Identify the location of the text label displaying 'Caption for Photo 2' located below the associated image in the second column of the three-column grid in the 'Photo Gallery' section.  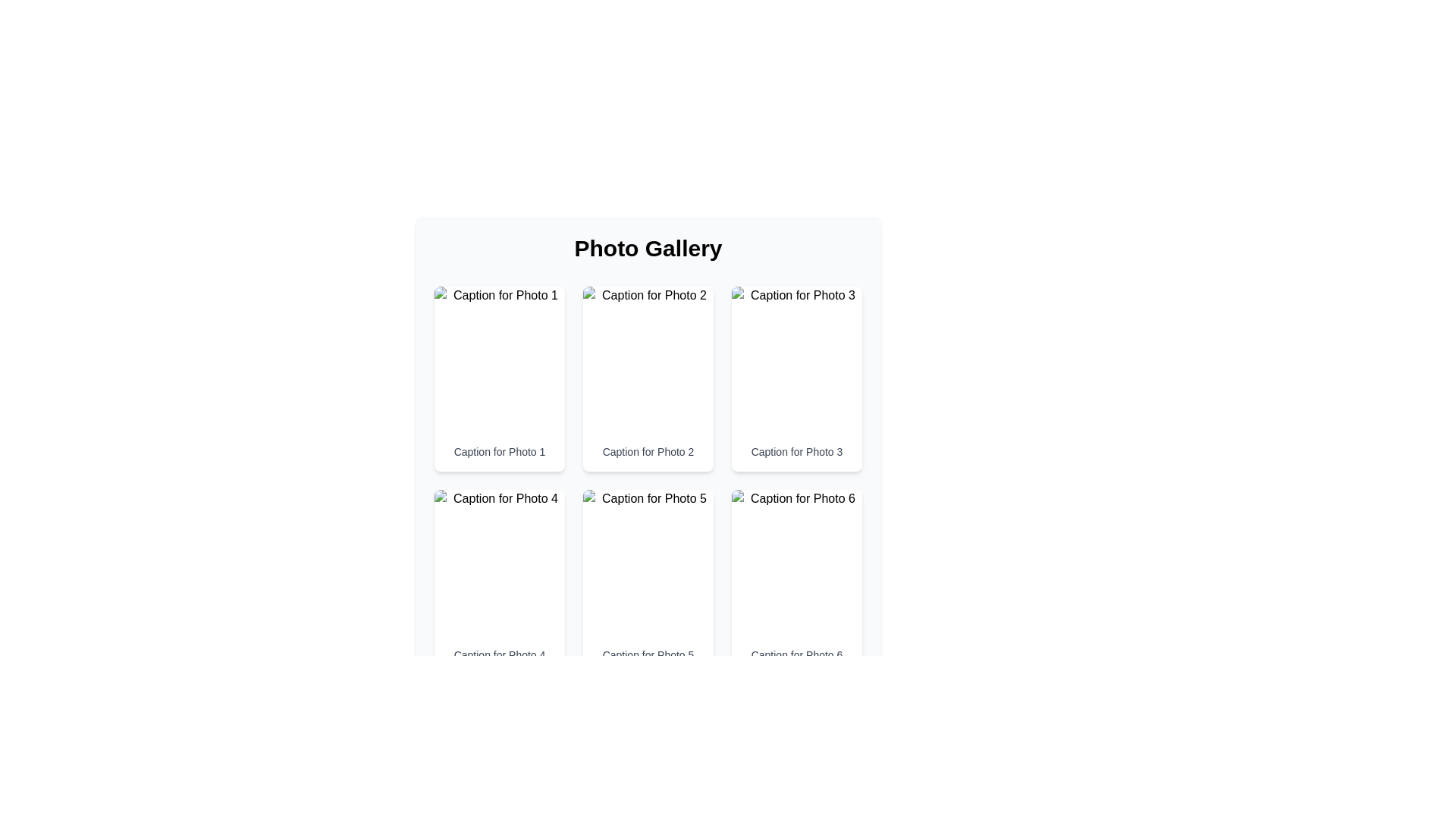
(648, 451).